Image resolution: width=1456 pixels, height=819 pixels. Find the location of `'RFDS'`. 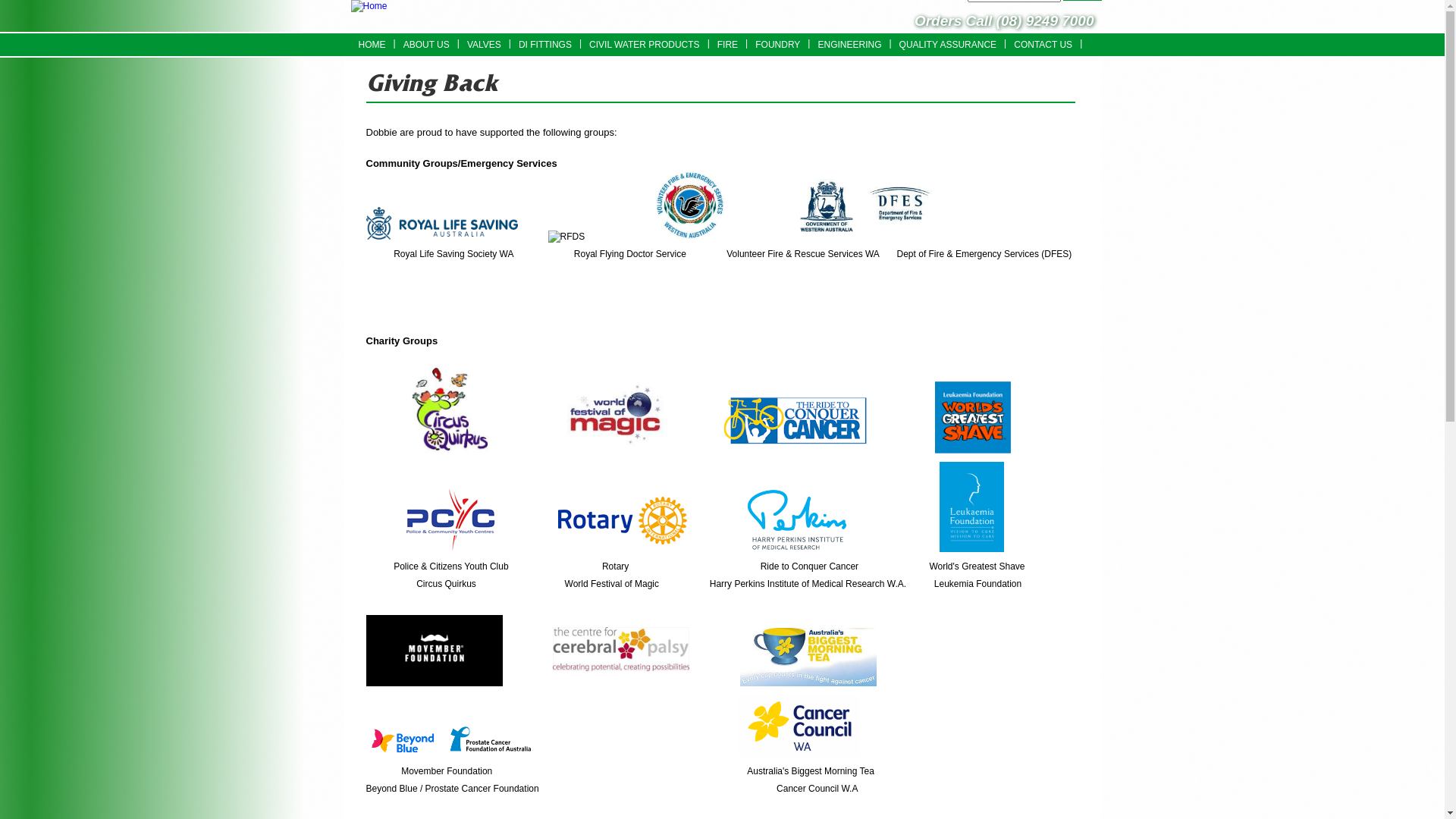

'RFDS' is located at coordinates (566, 237).